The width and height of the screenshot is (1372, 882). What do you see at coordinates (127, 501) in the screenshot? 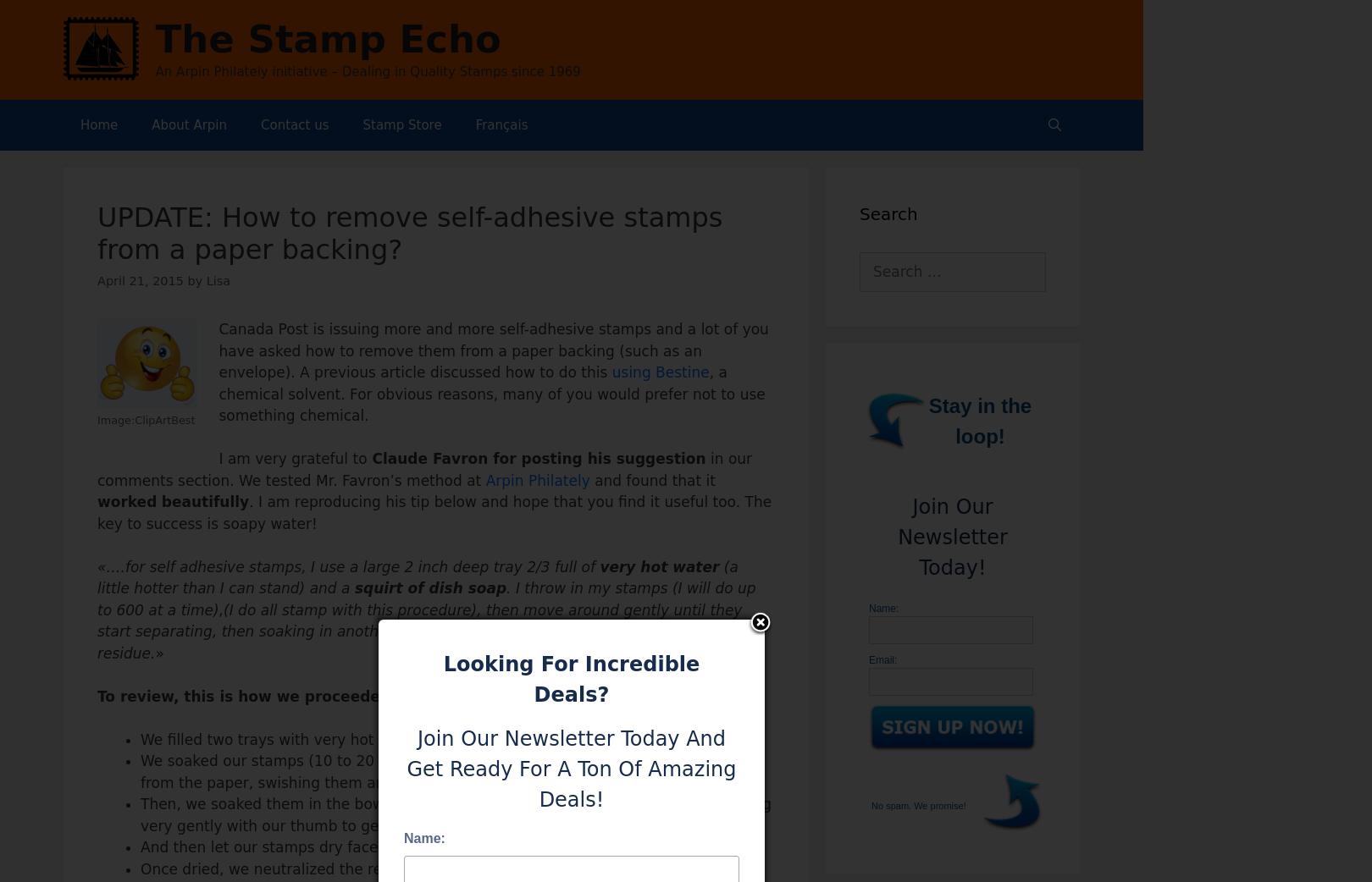
I see `'worked'` at bounding box center [127, 501].